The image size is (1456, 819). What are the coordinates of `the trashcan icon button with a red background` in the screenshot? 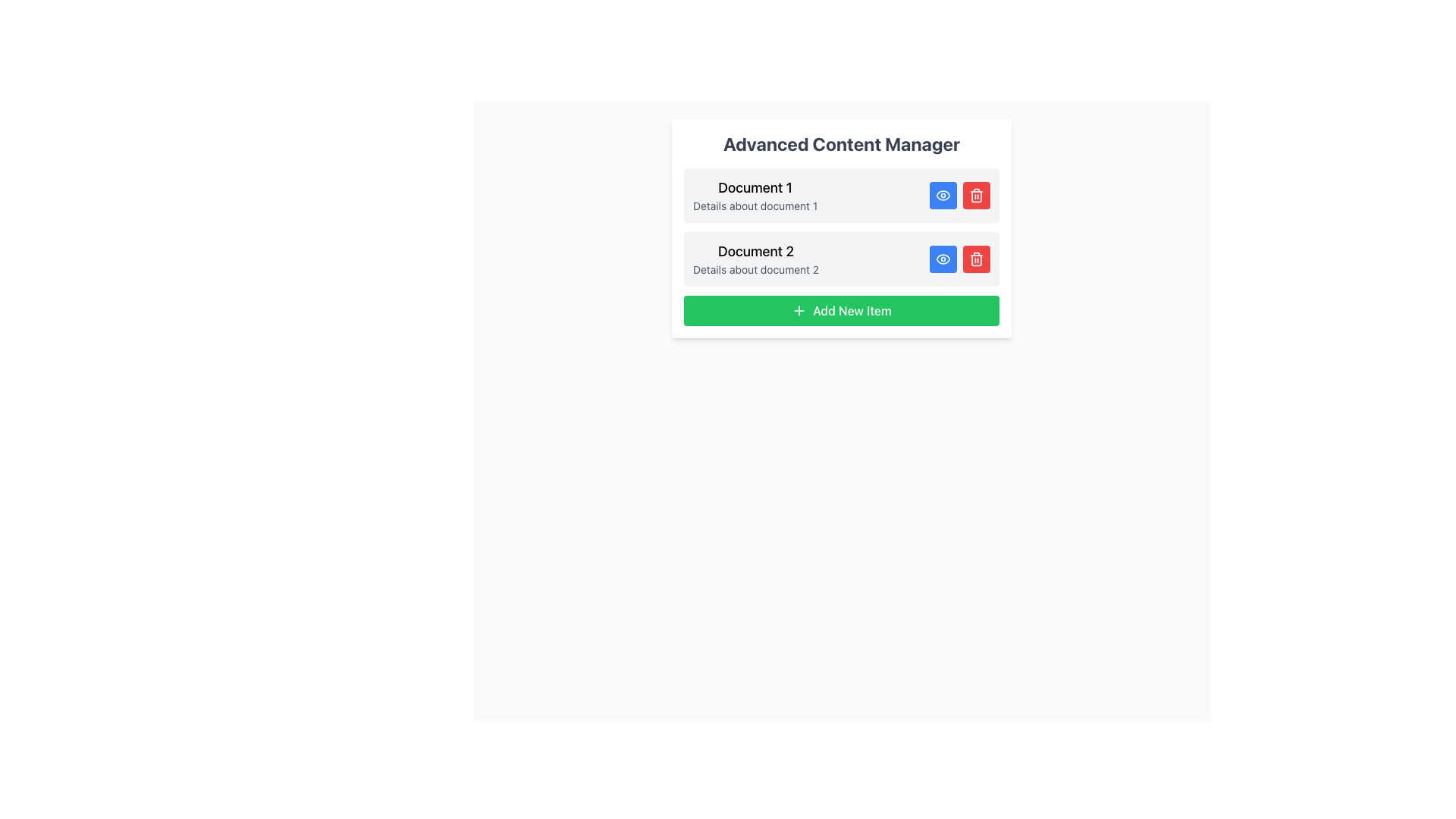 It's located at (976, 259).